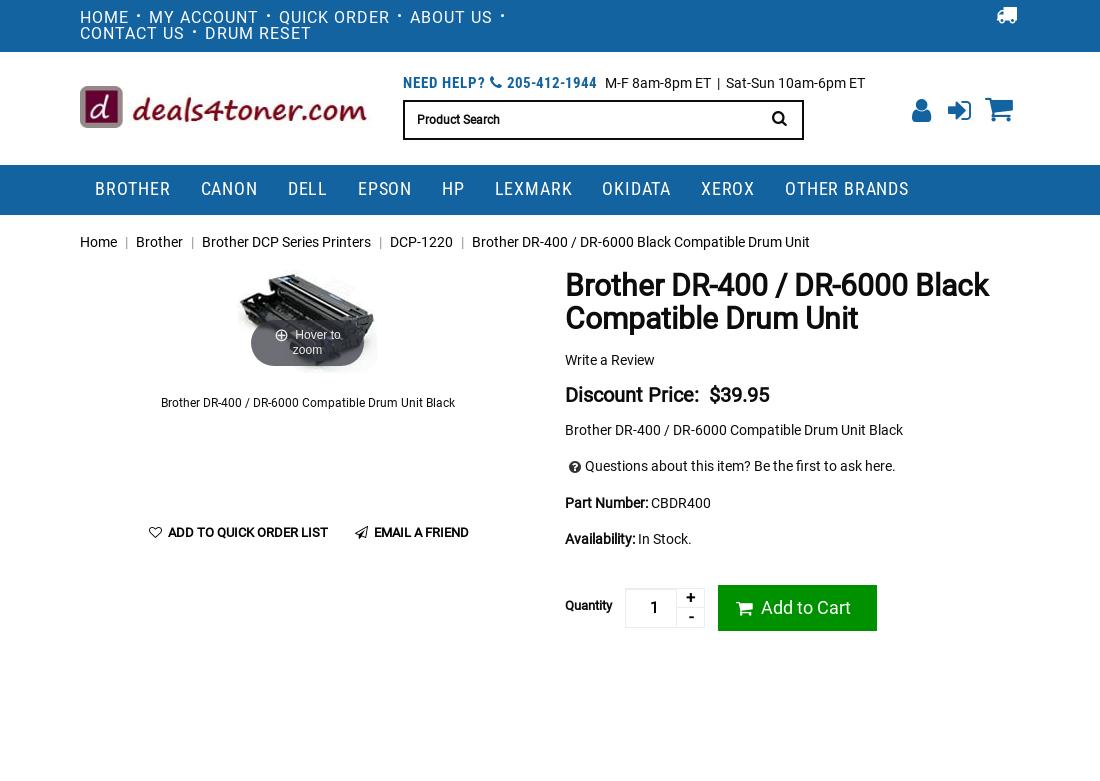  I want to click on 'Okidata', so click(601, 186).